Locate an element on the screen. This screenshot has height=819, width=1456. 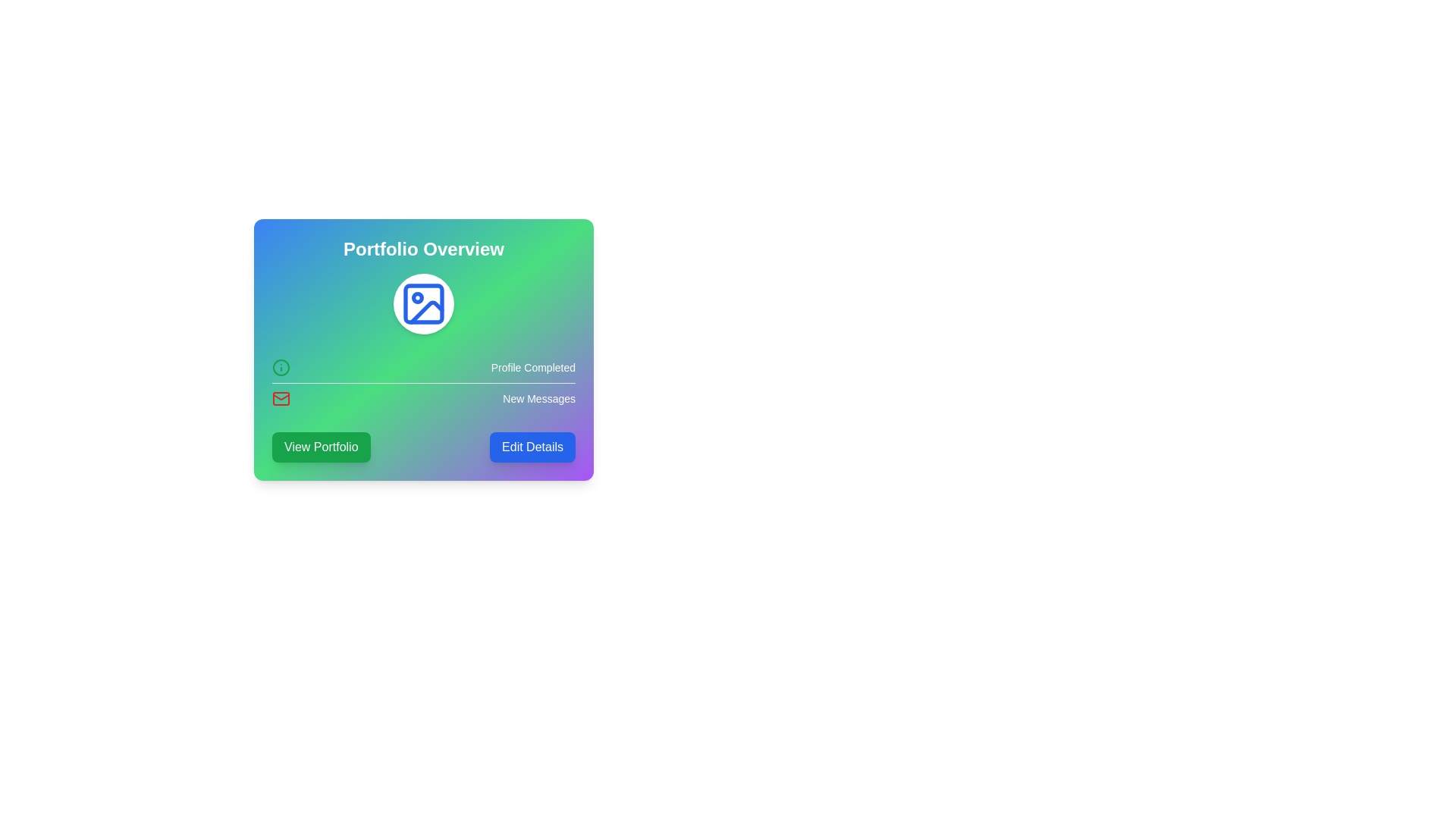
the green rectangular button labeled 'View Portfolio' located at the bottom-left corner of the card interface is located at coordinates (320, 447).